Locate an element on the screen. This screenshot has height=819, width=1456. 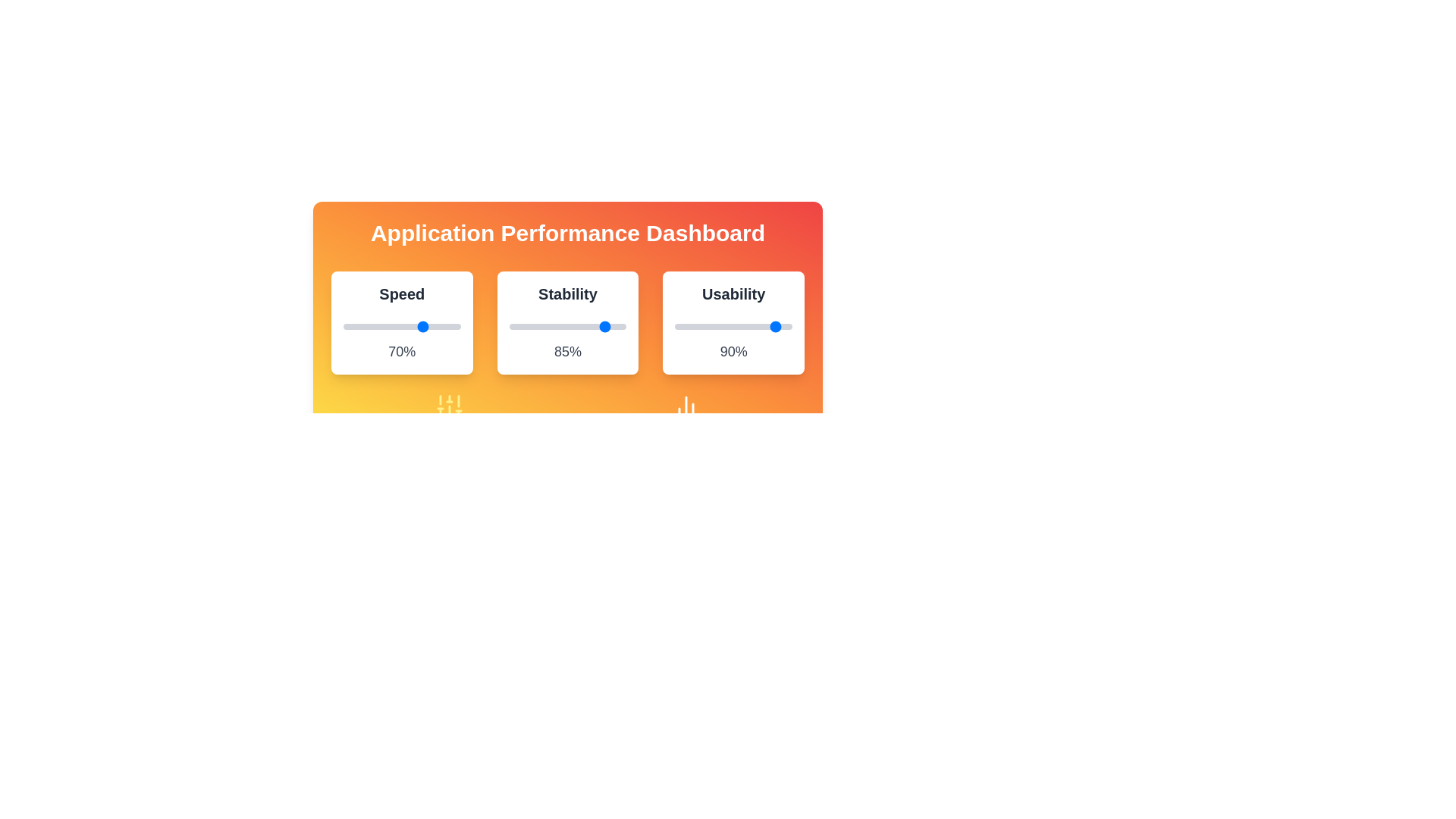
the icon button labeled BarChart below the metrics is located at coordinates (686, 406).